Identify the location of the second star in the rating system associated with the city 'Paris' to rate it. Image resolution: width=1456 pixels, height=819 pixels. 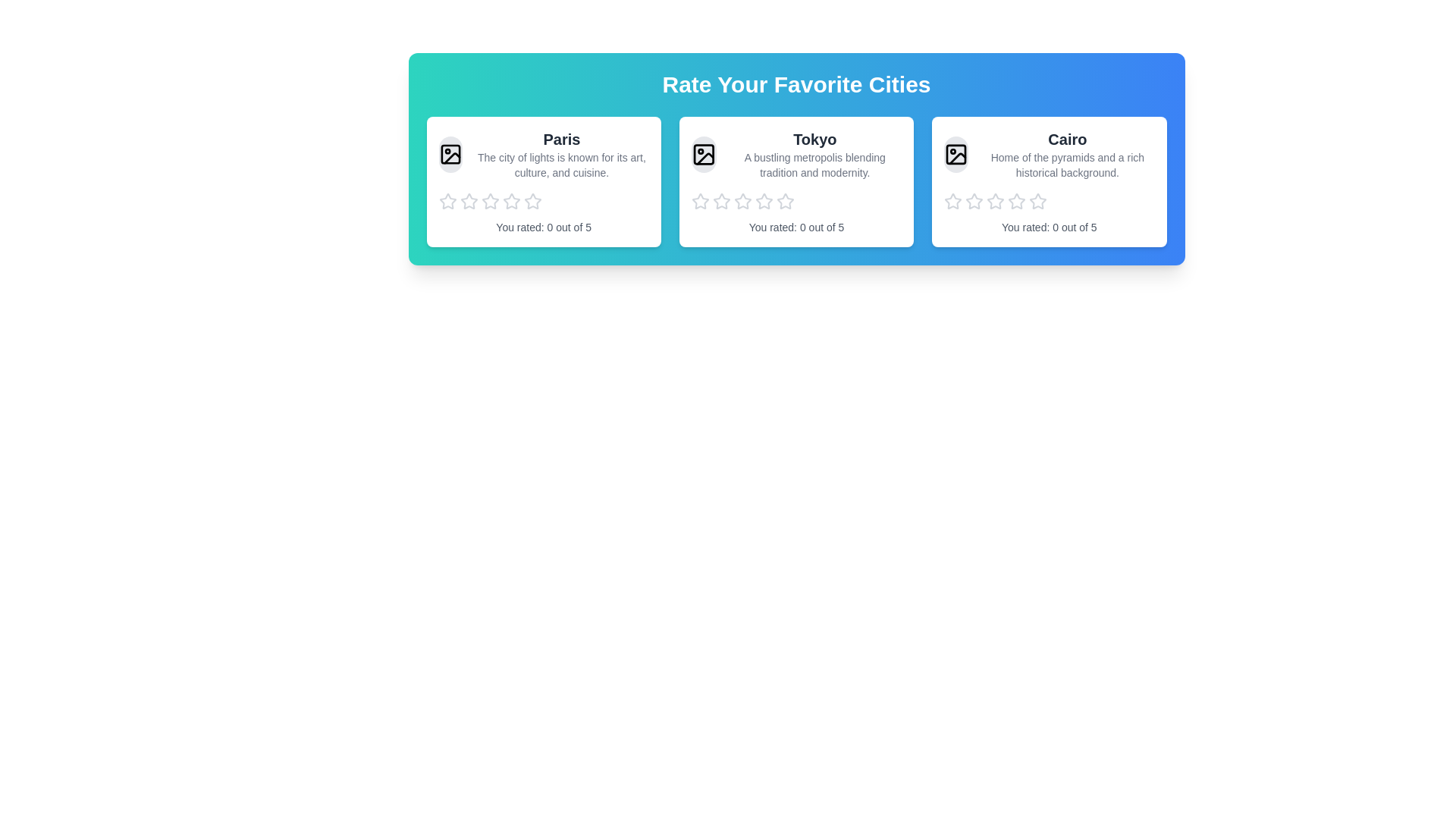
(468, 200).